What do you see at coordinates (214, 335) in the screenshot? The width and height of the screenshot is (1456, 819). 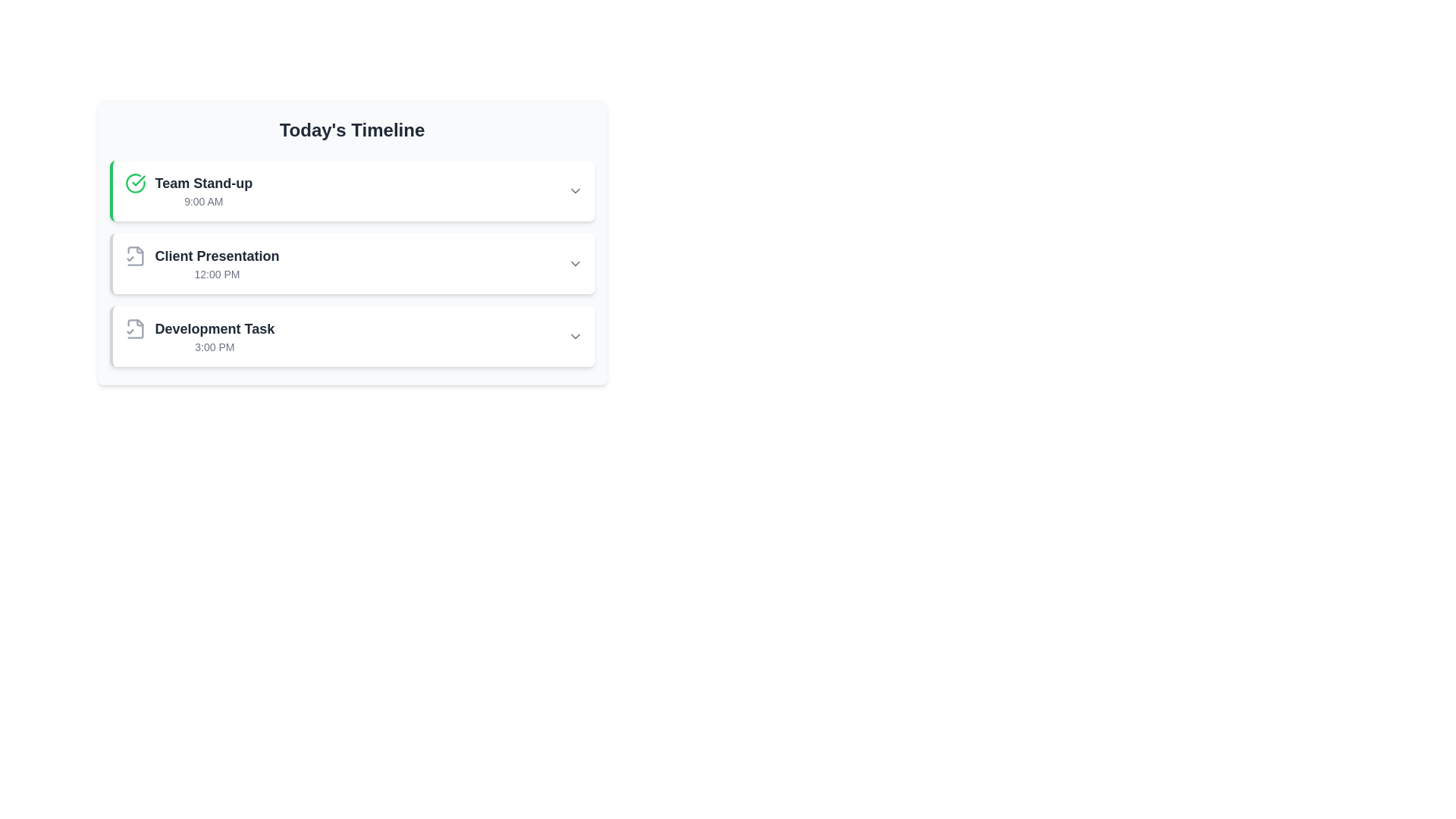 I see `the text label displaying 'Development Task', which is located in the third item of the vertical list under 'Today's Timeline', below the 'Client Presentation' entry` at bounding box center [214, 335].